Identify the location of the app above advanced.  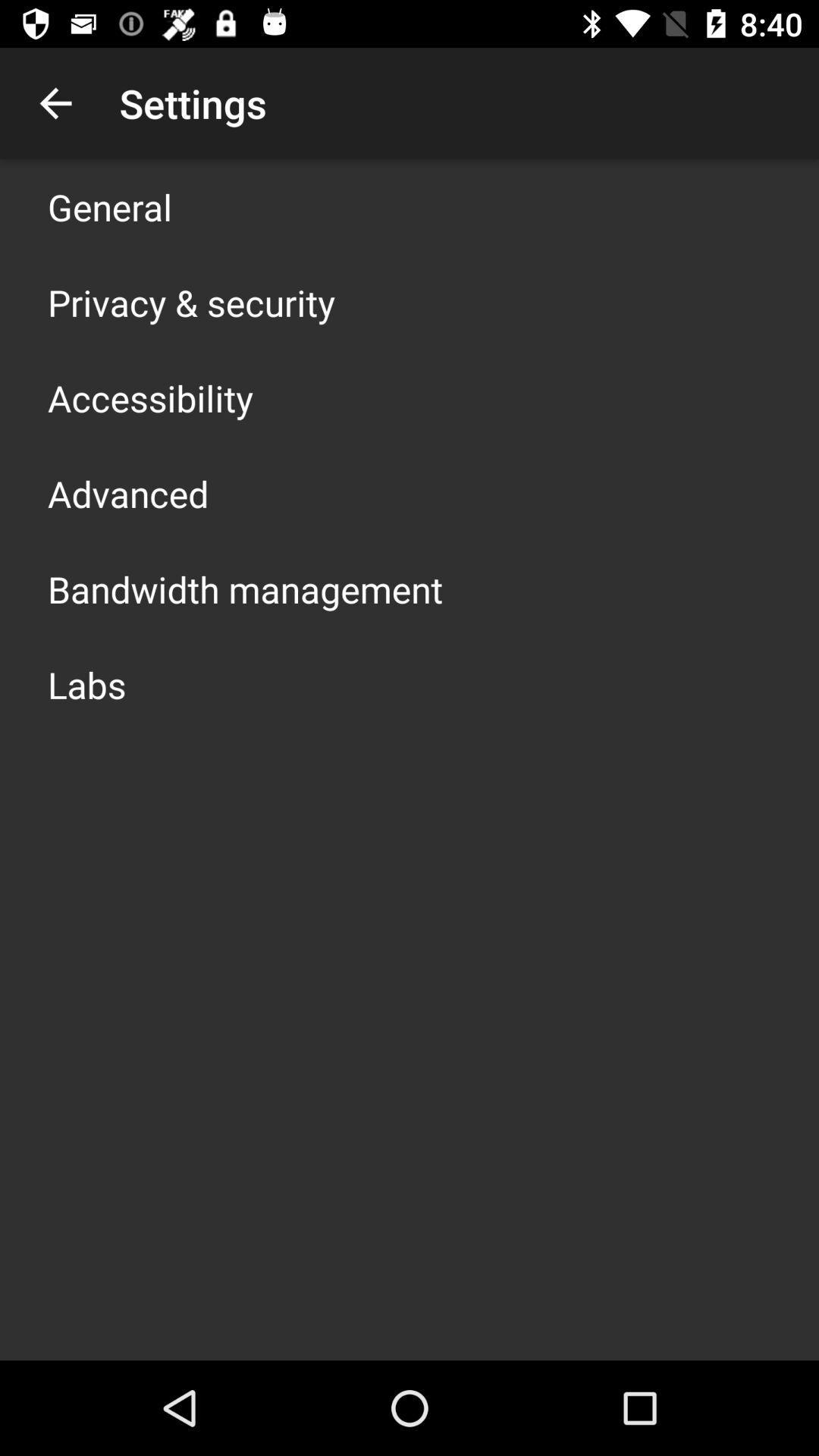
(150, 397).